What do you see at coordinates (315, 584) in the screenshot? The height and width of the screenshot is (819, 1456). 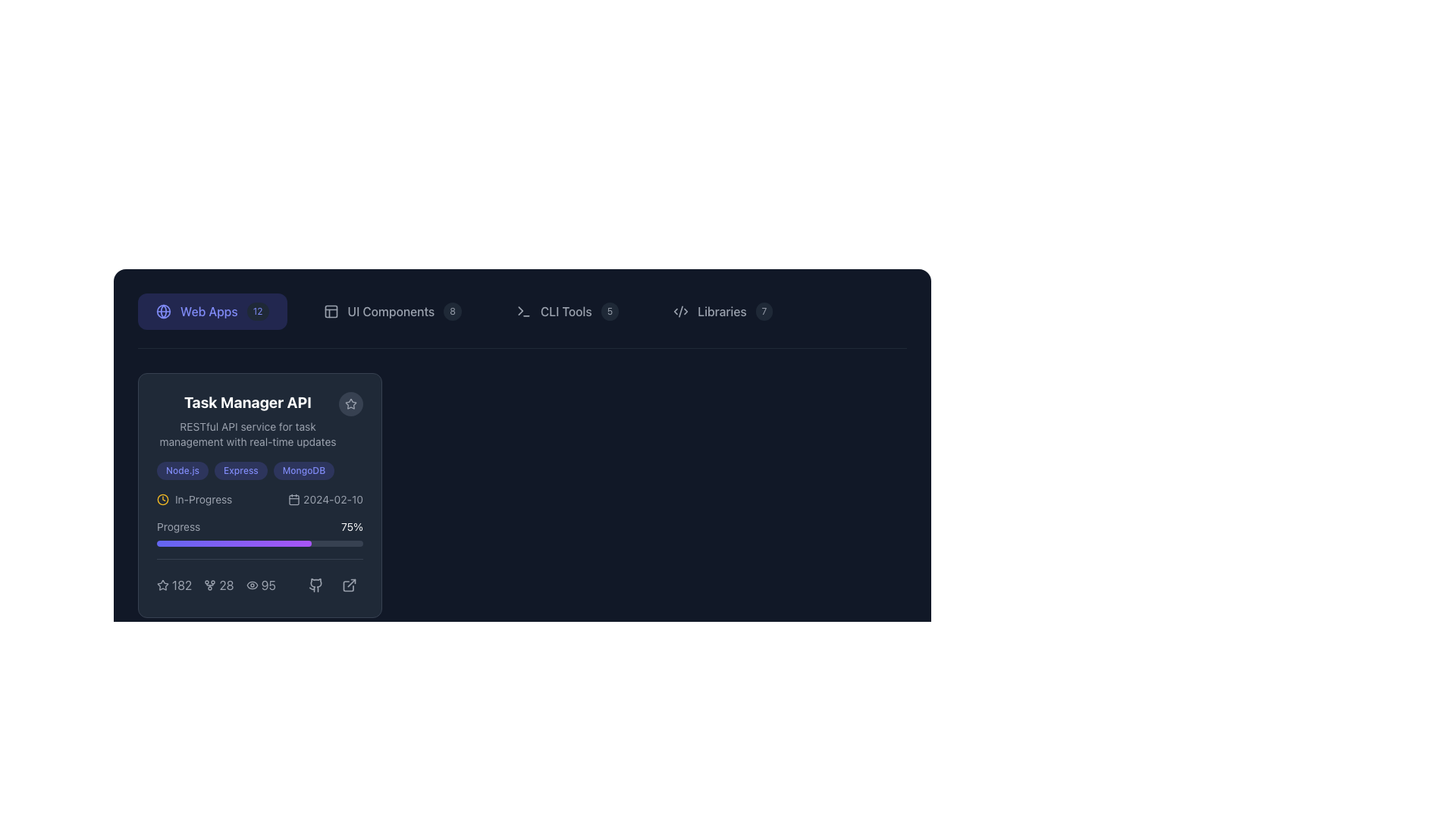 I see `the GitHub icon located at the bottom-right corner of the 'Task Manager API' card, represented by a dark background and light line-based drawing style` at bounding box center [315, 584].